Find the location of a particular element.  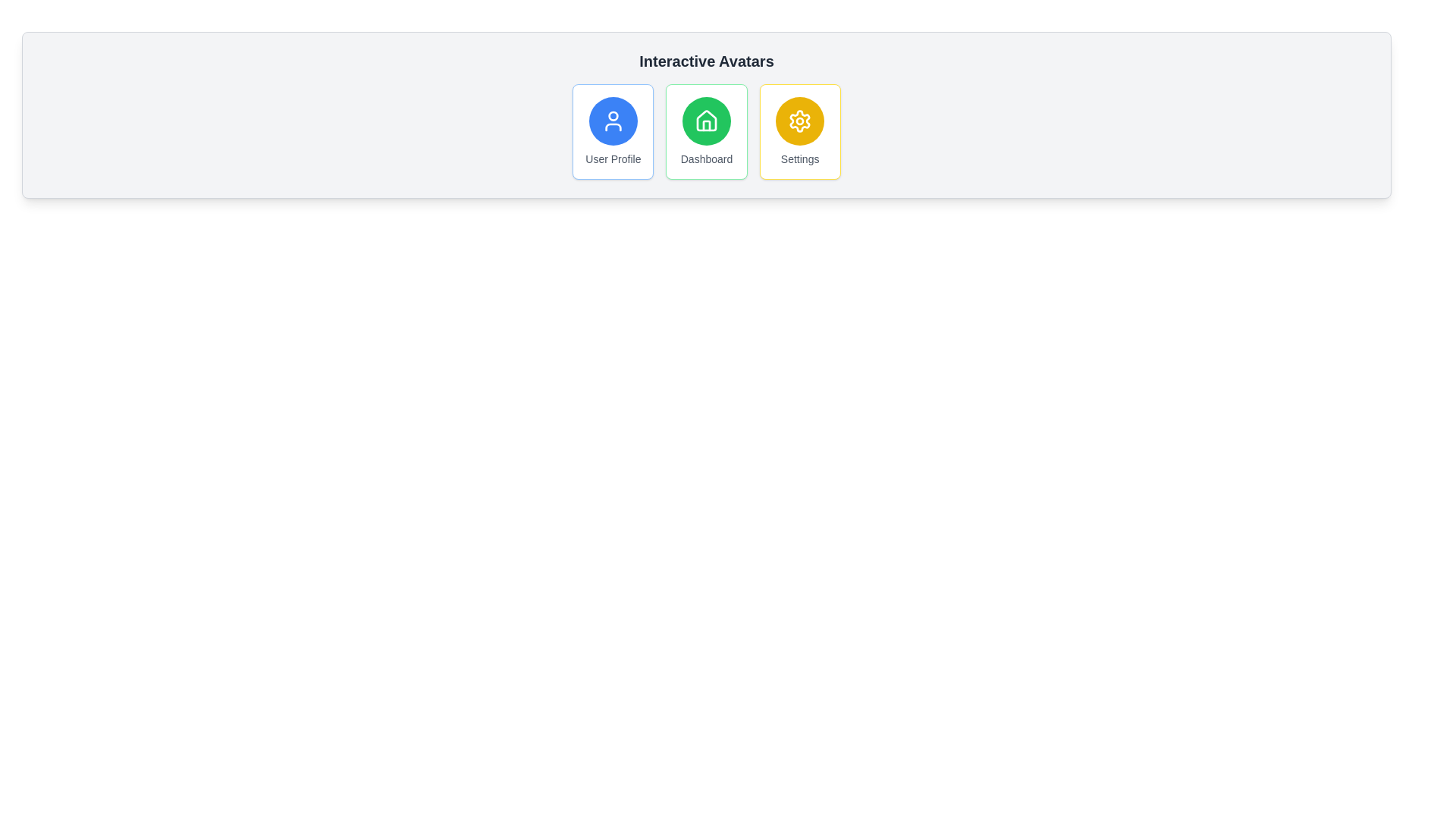

the user profile icon located in the leftmost card under the 'Interactive Avatars' section is located at coordinates (613, 120).